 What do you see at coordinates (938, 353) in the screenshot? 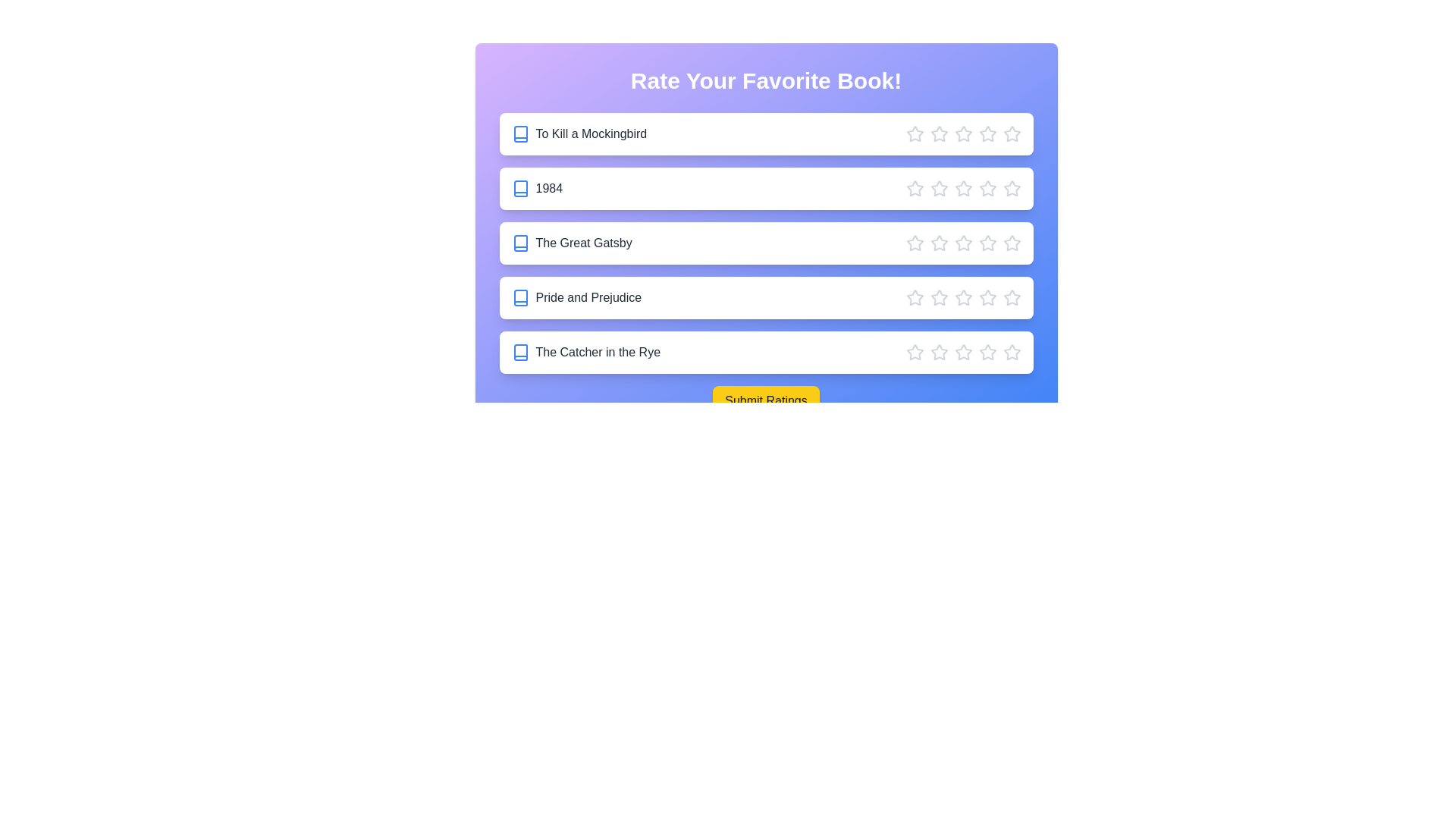
I see `the star corresponding to 2 stars for the book The Catcher in the Rye` at bounding box center [938, 353].